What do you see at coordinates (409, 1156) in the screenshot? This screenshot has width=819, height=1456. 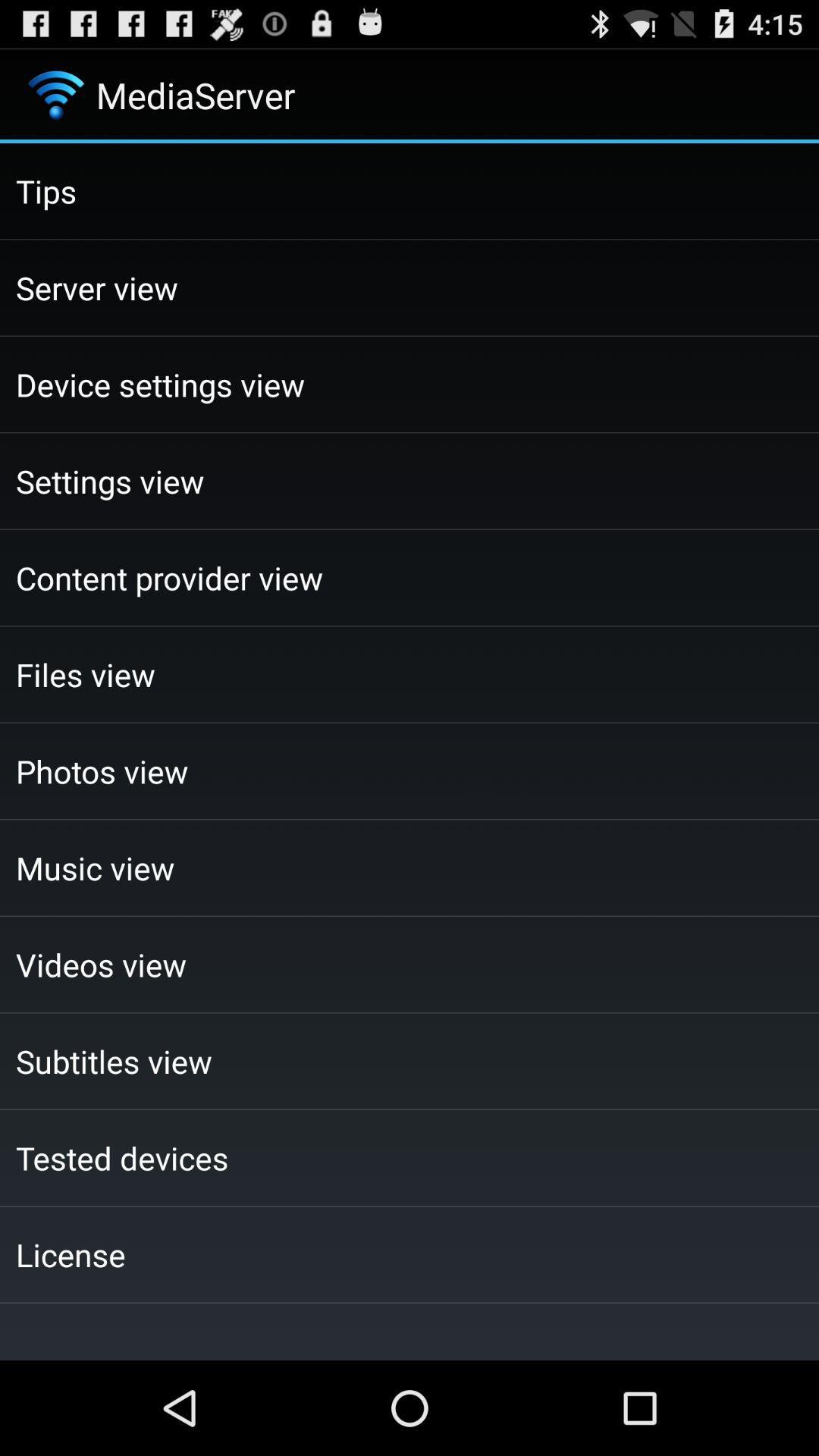 I see `item above license item` at bounding box center [409, 1156].